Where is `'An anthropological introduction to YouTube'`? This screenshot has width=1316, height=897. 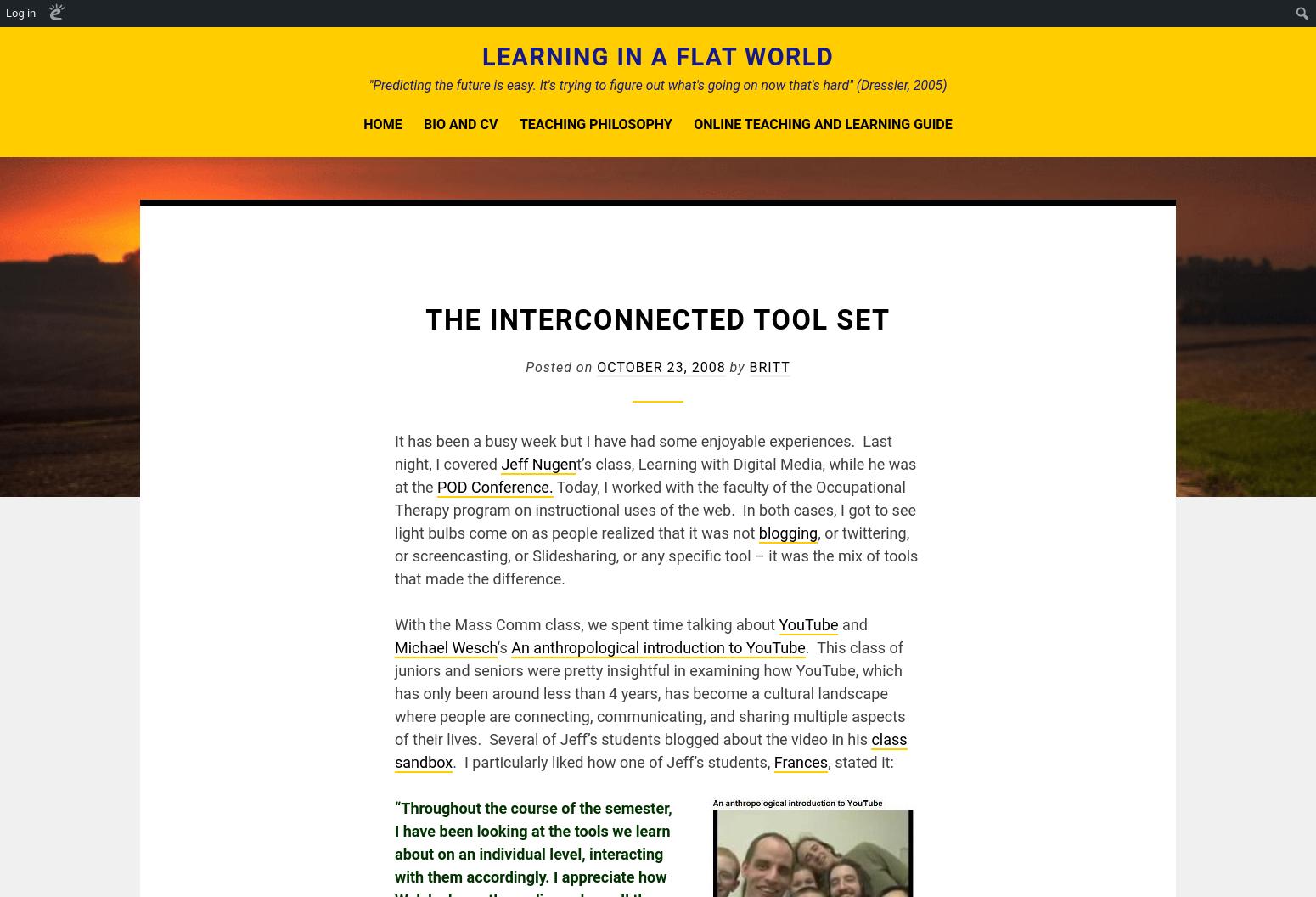 'An anthropological introduction to YouTube' is located at coordinates (658, 646).